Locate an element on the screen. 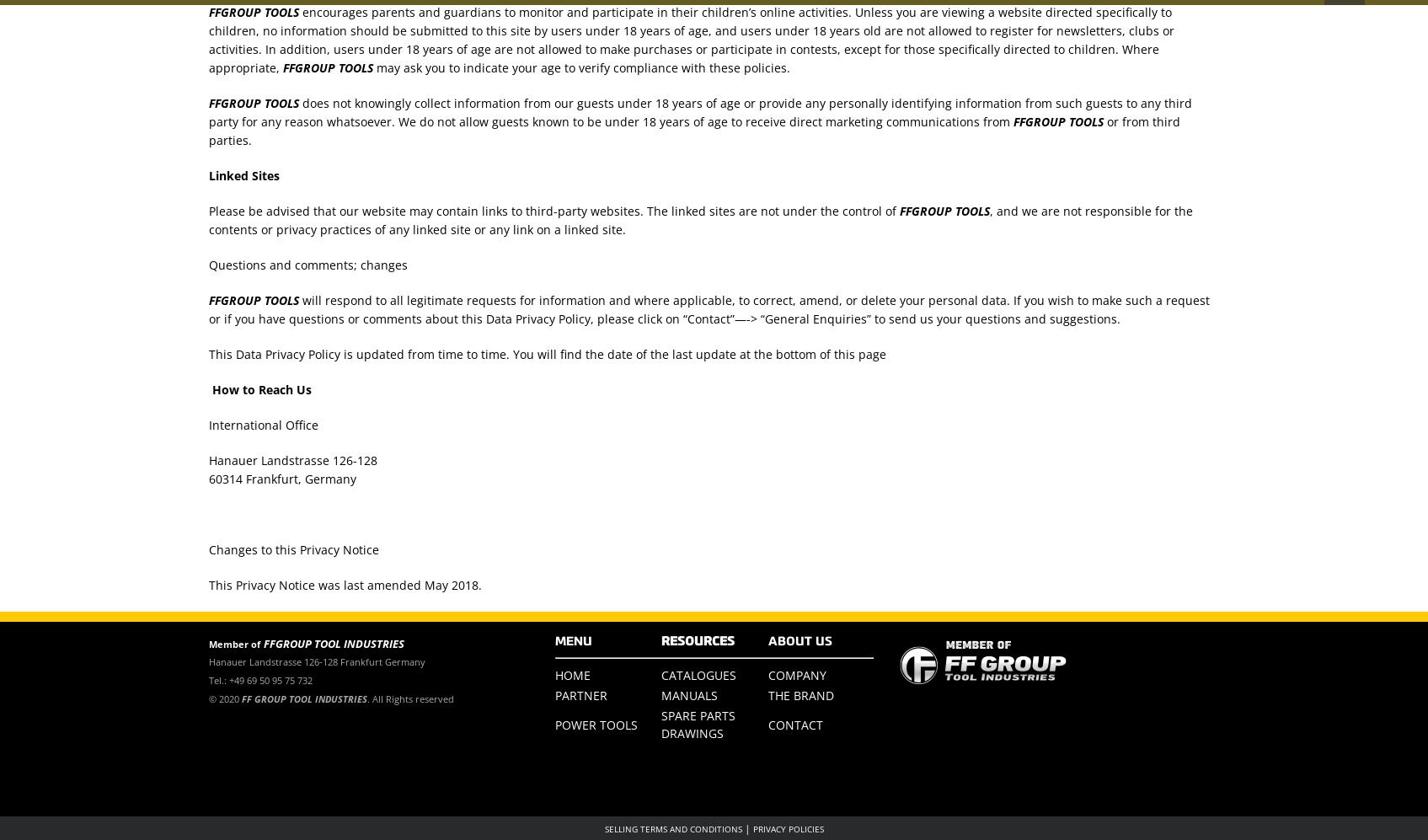 This screenshot has width=1428, height=840. 'PARTNER' is located at coordinates (580, 694).